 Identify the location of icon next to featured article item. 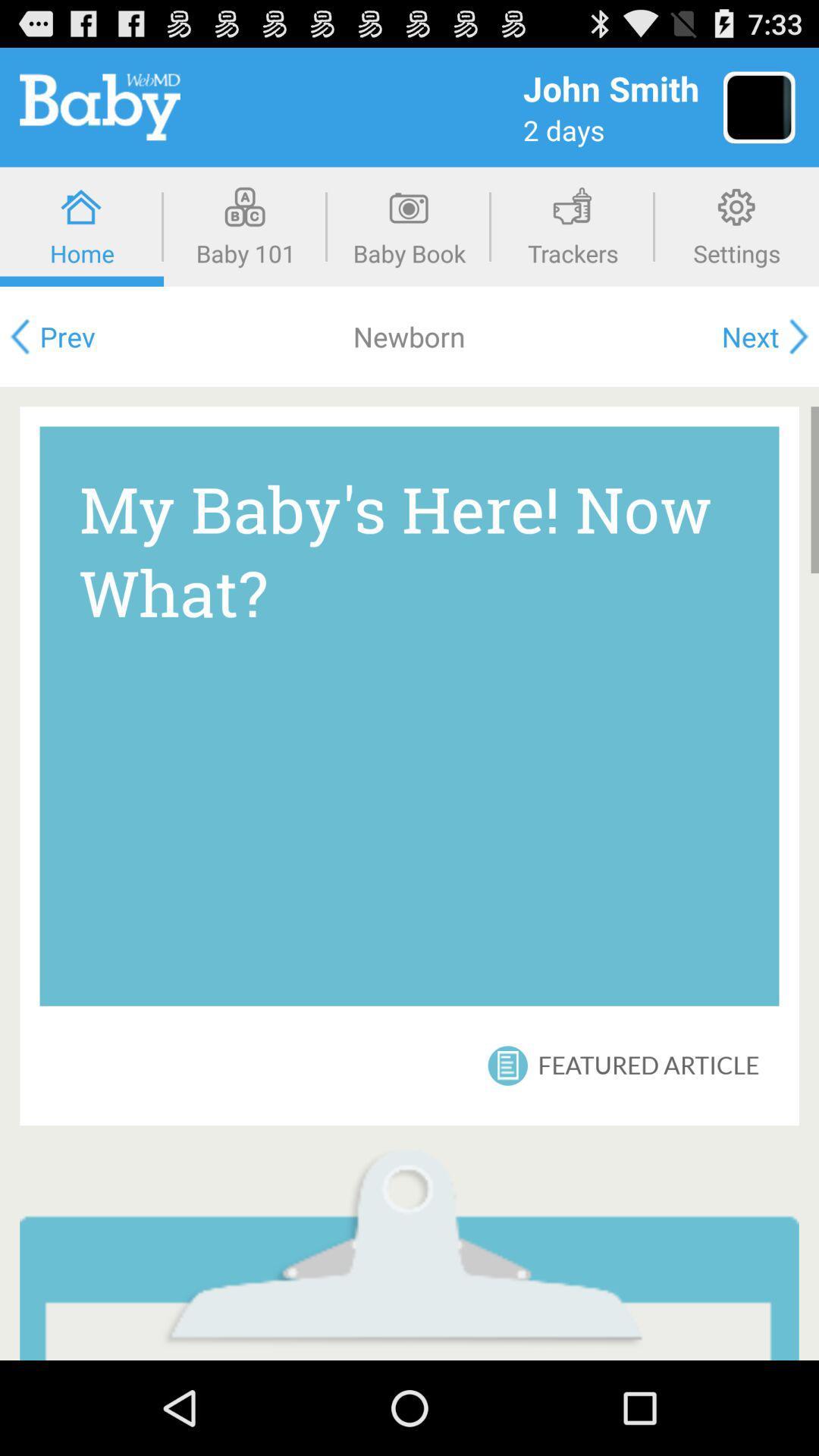
(509, 1065).